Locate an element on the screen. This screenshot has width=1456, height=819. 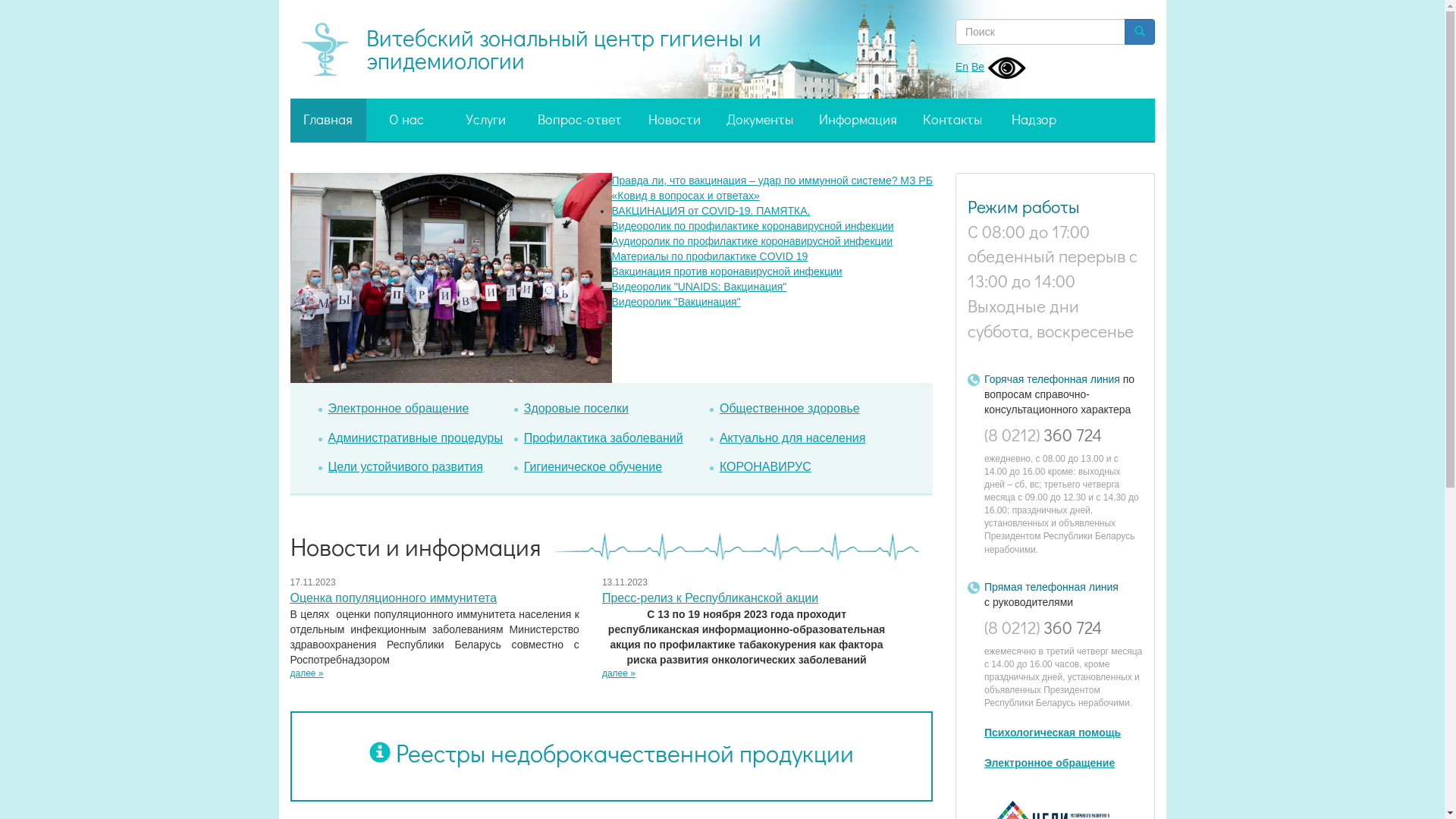
'Be' is located at coordinates (977, 66).